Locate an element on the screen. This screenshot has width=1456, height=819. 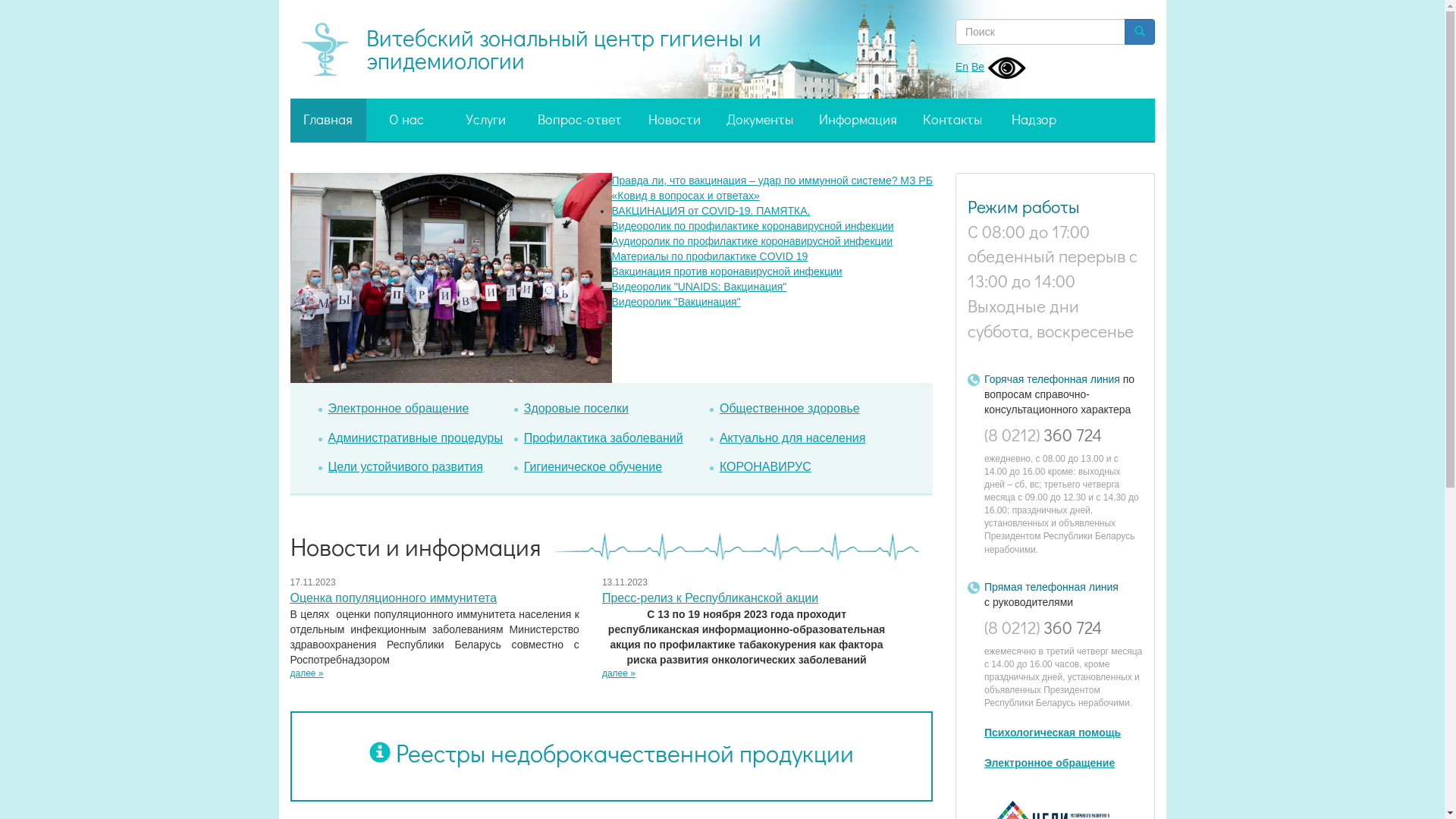
'Be' is located at coordinates (977, 66).